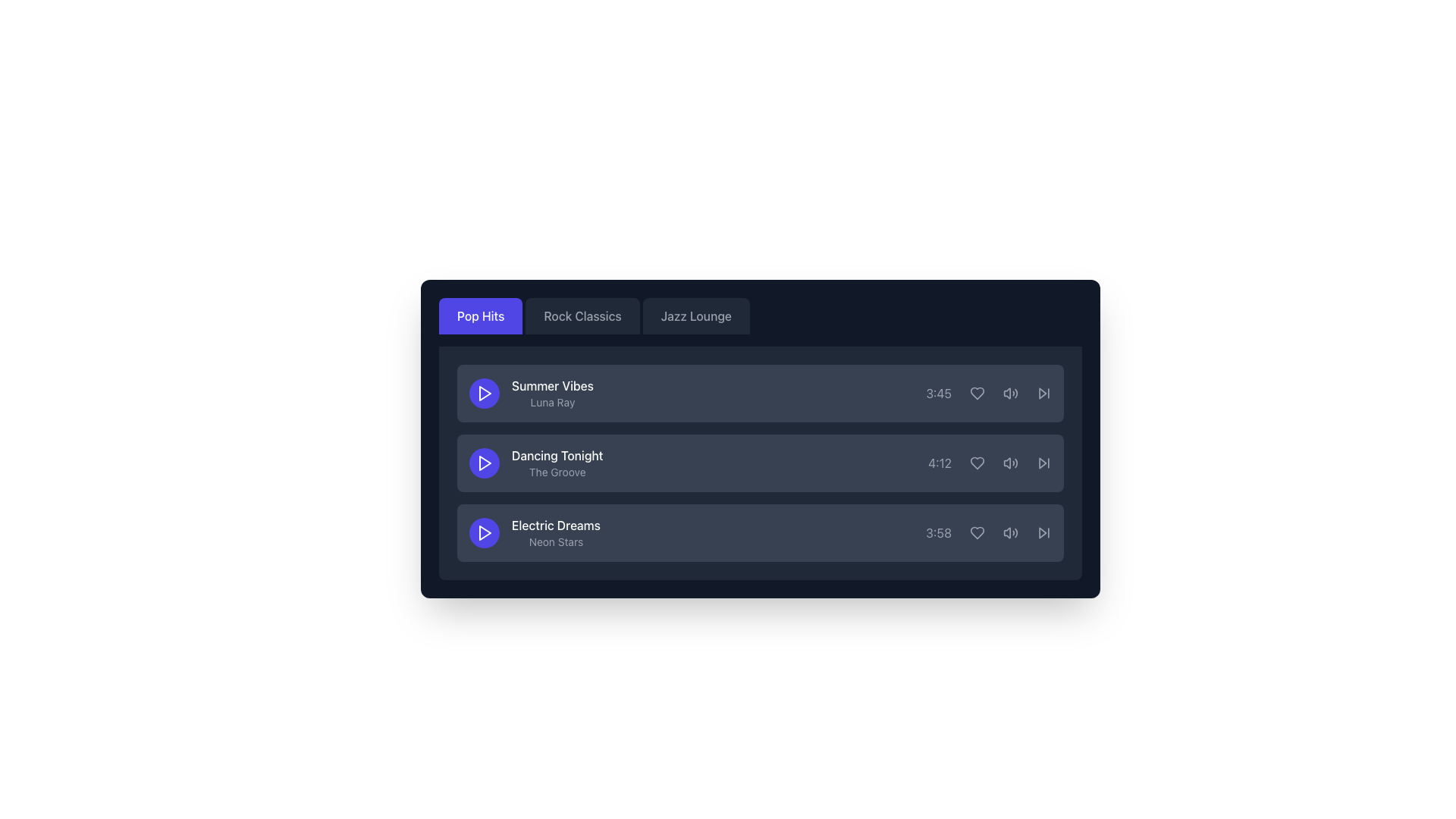 This screenshot has width=1456, height=819. What do you see at coordinates (483, 393) in the screenshot?
I see `the play button located to the left of the 'Summer Vibes' text to potentially see additional effects` at bounding box center [483, 393].